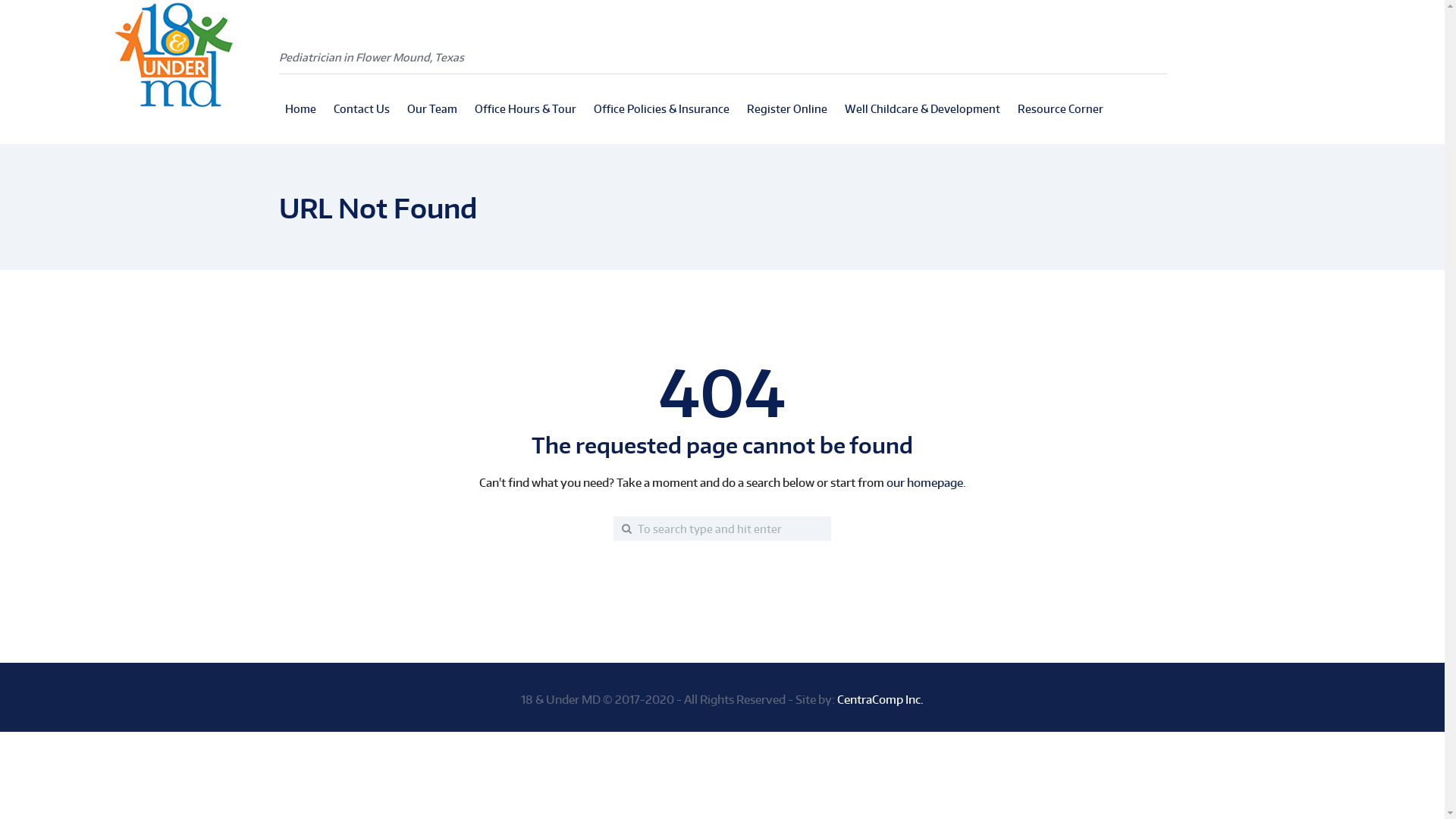 Image resolution: width=1456 pixels, height=819 pixels. Describe the element at coordinates (661, 108) in the screenshot. I see `'Office Policies & Insurance'` at that location.